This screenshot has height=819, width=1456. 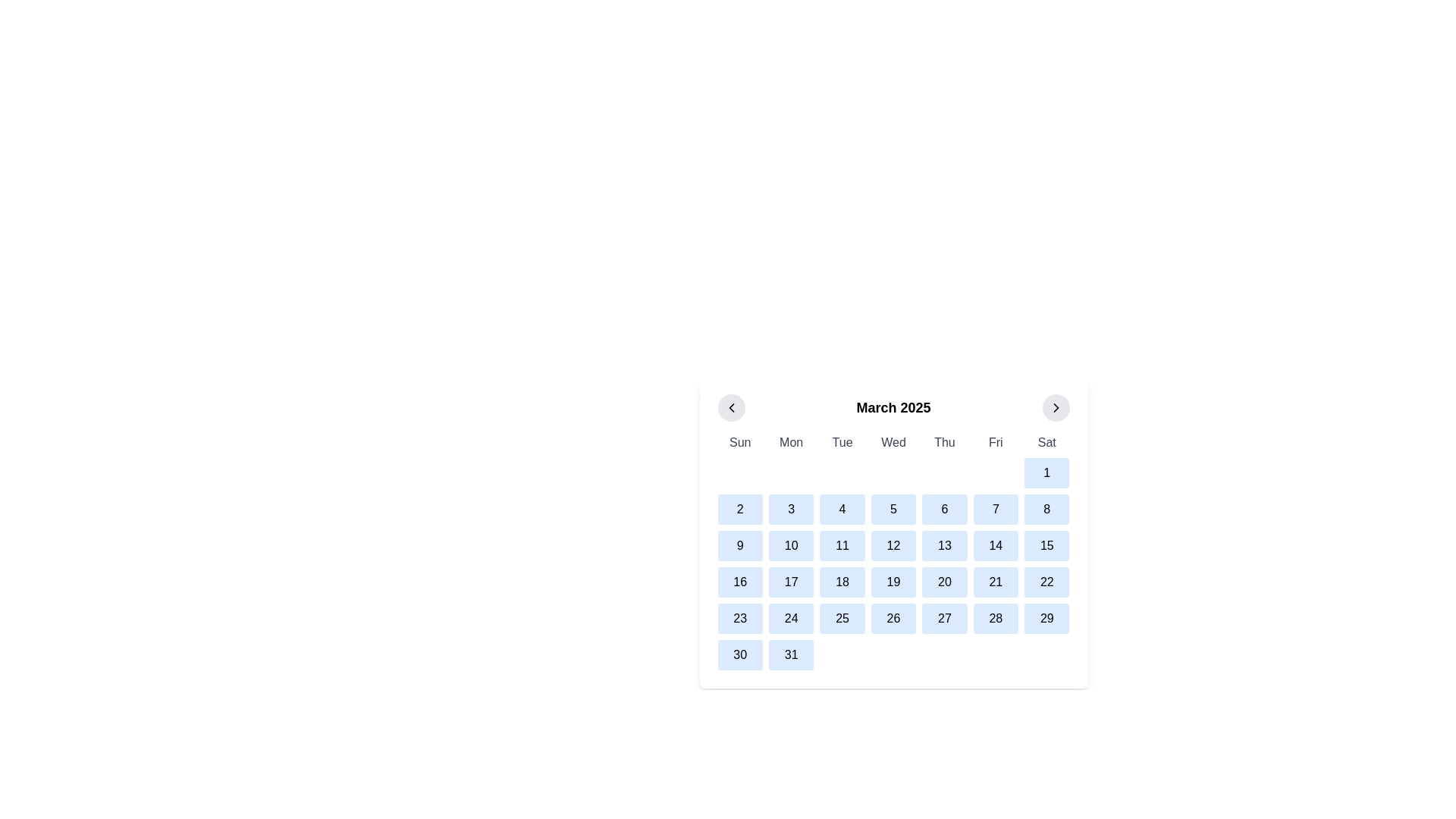 What do you see at coordinates (943, 442) in the screenshot?
I see `the text label displaying 'Thu', which is the fifth item in the header row of a calendar interface` at bounding box center [943, 442].